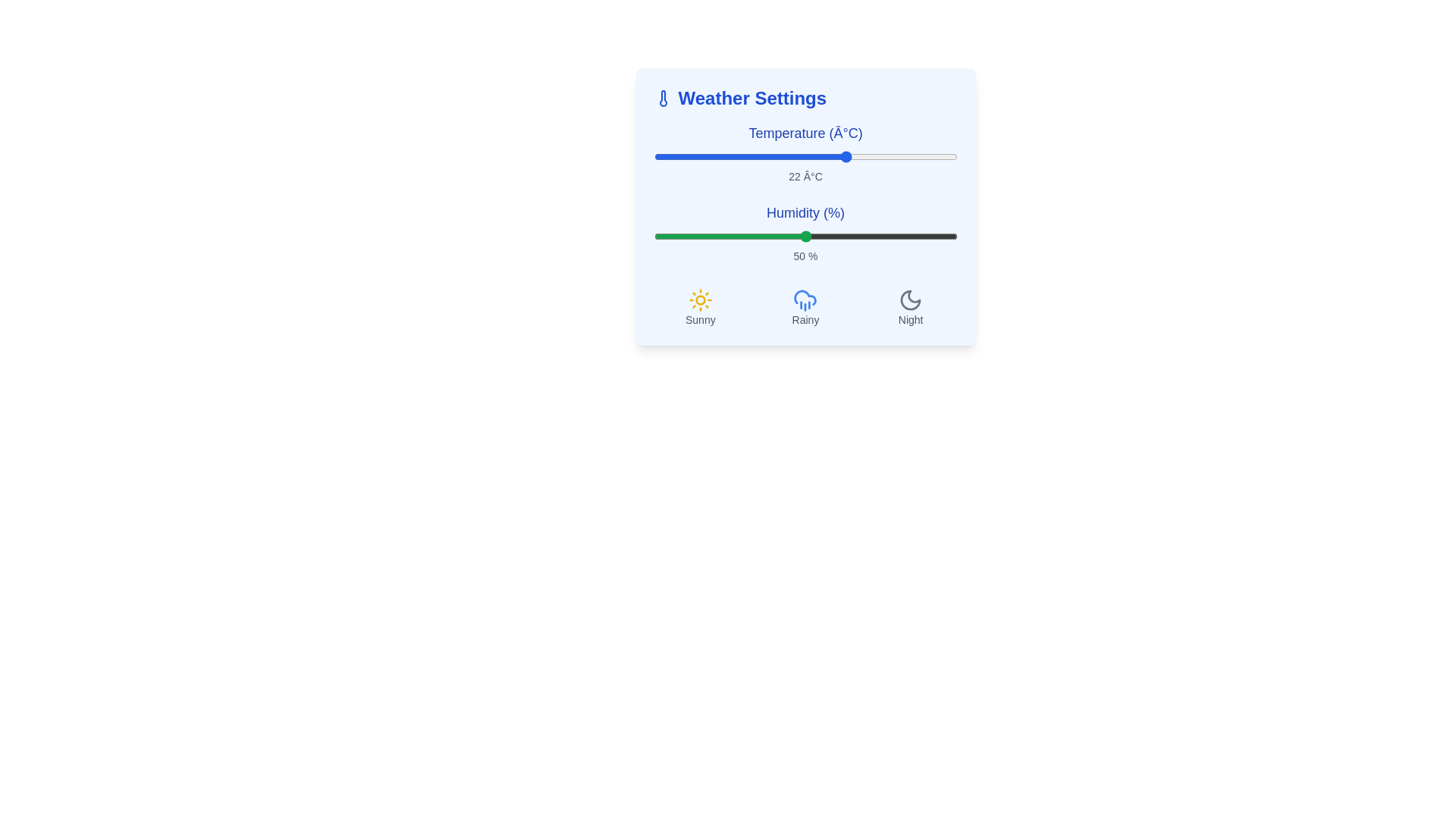  Describe the element at coordinates (805, 256) in the screenshot. I see `text from the label displaying '50 %', which is a small-sized, gray-colored font centered below the green progress slider for humidity` at that location.